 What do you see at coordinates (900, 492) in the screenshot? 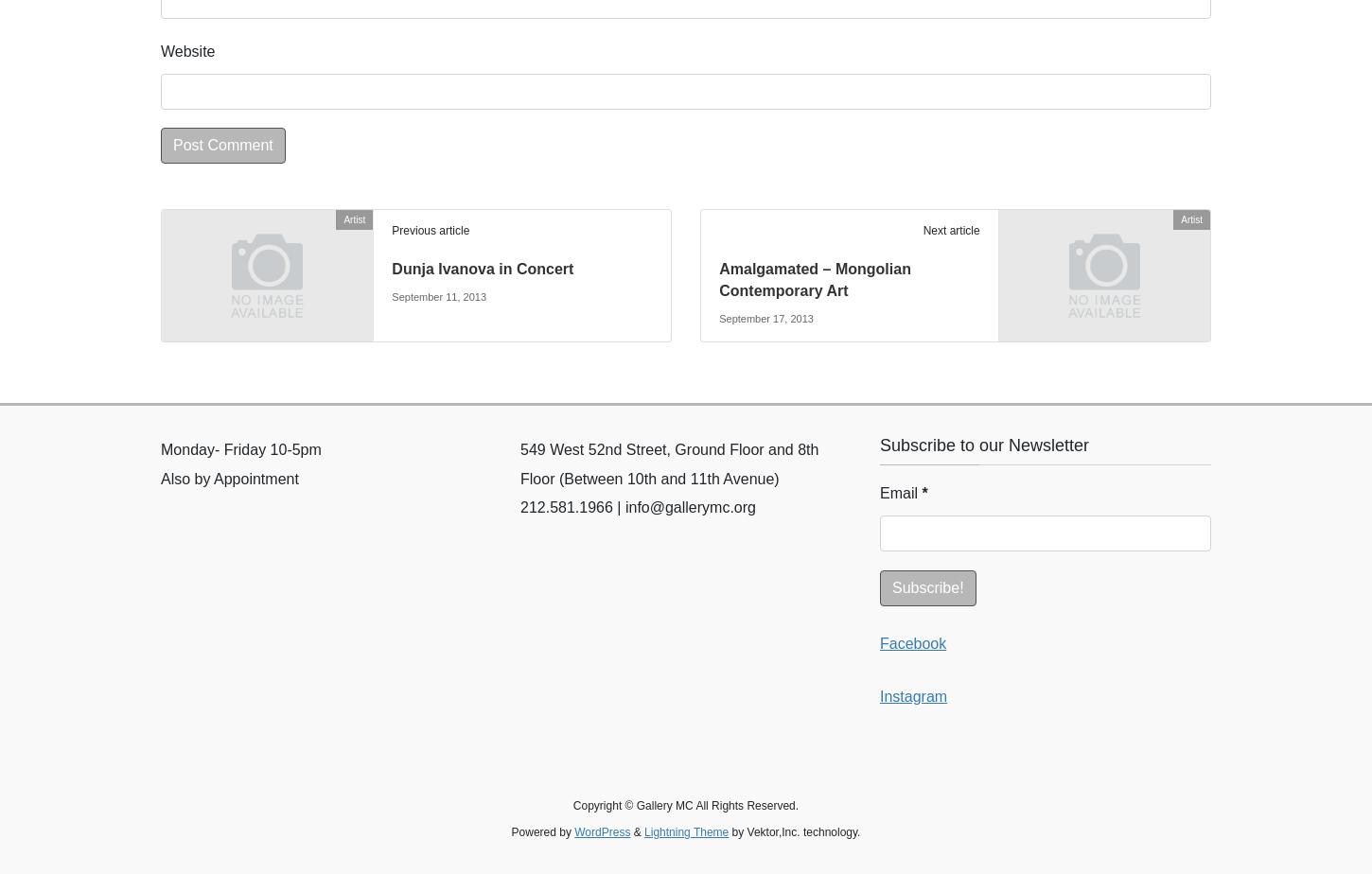
I see `'Email'` at bounding box center [900, 492].